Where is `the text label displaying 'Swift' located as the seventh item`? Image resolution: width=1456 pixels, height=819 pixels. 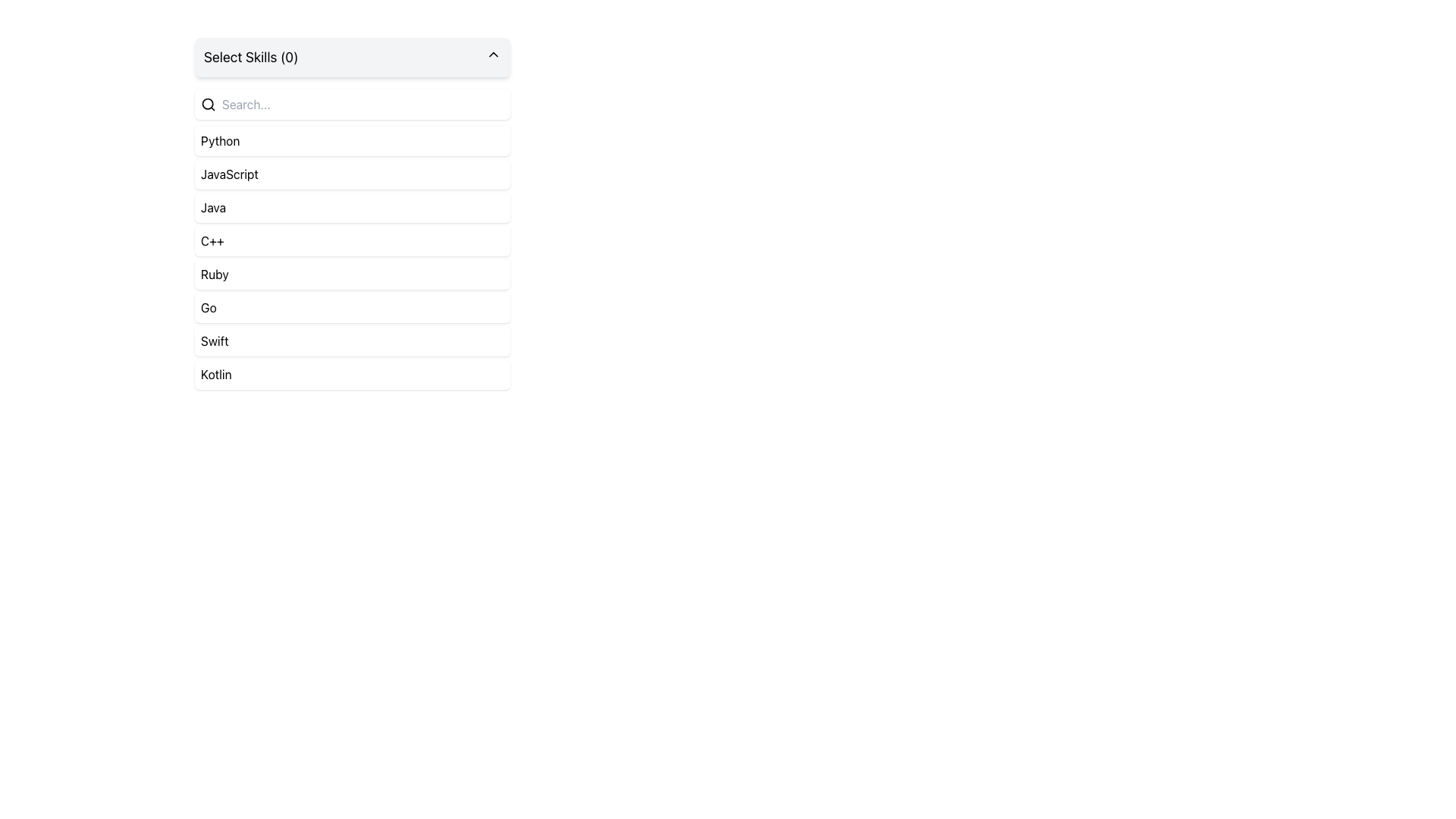 the text label displaying 'Swift' located as the seventh item is located at coordinates (214, 341).